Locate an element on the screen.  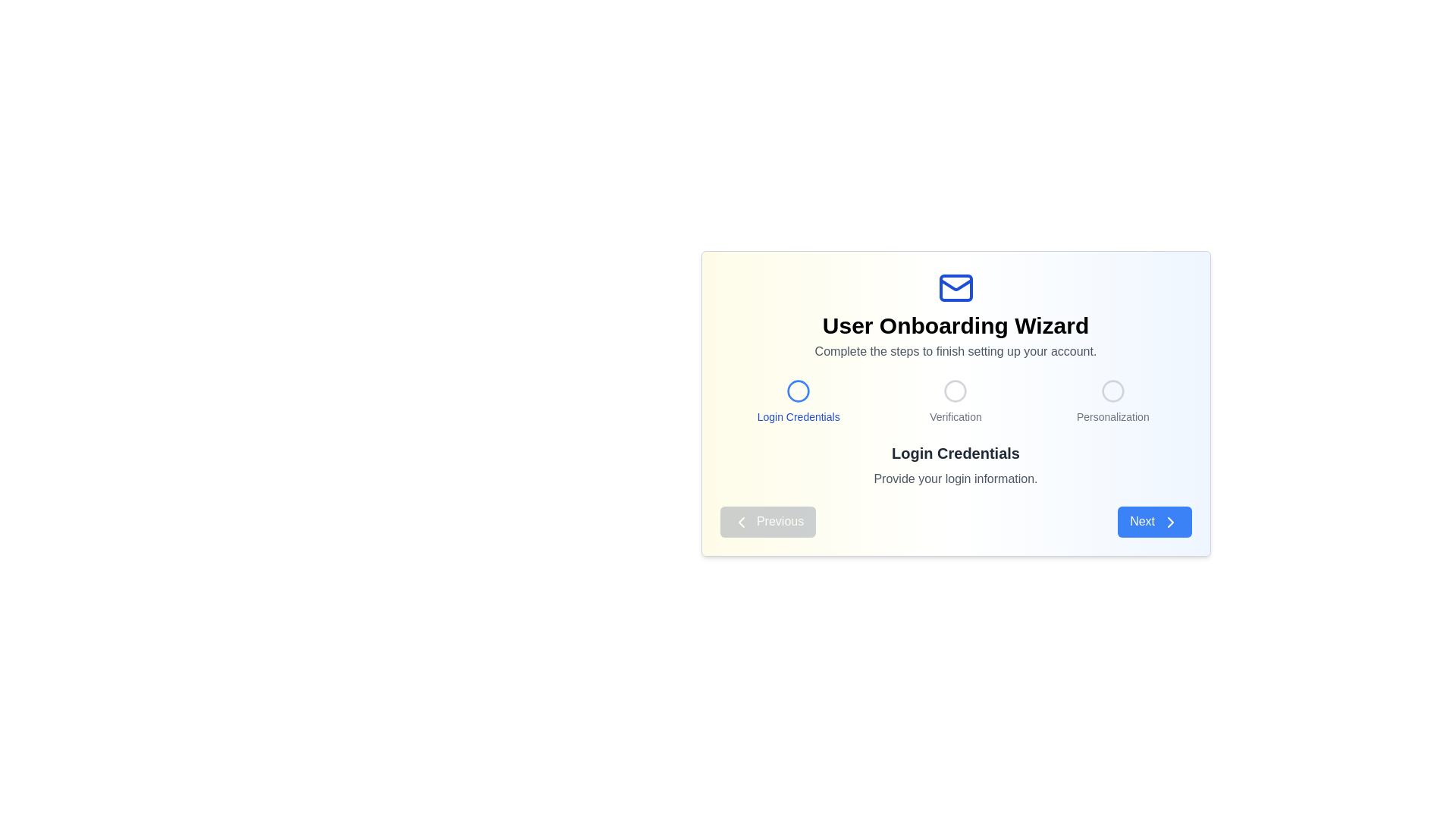
label of the first step icon in the onboarding process, which is positioned leftmost among the three sections: 'Login Credentials', 'Verification', and 'Personalization' is located at coordinates (798, 400).